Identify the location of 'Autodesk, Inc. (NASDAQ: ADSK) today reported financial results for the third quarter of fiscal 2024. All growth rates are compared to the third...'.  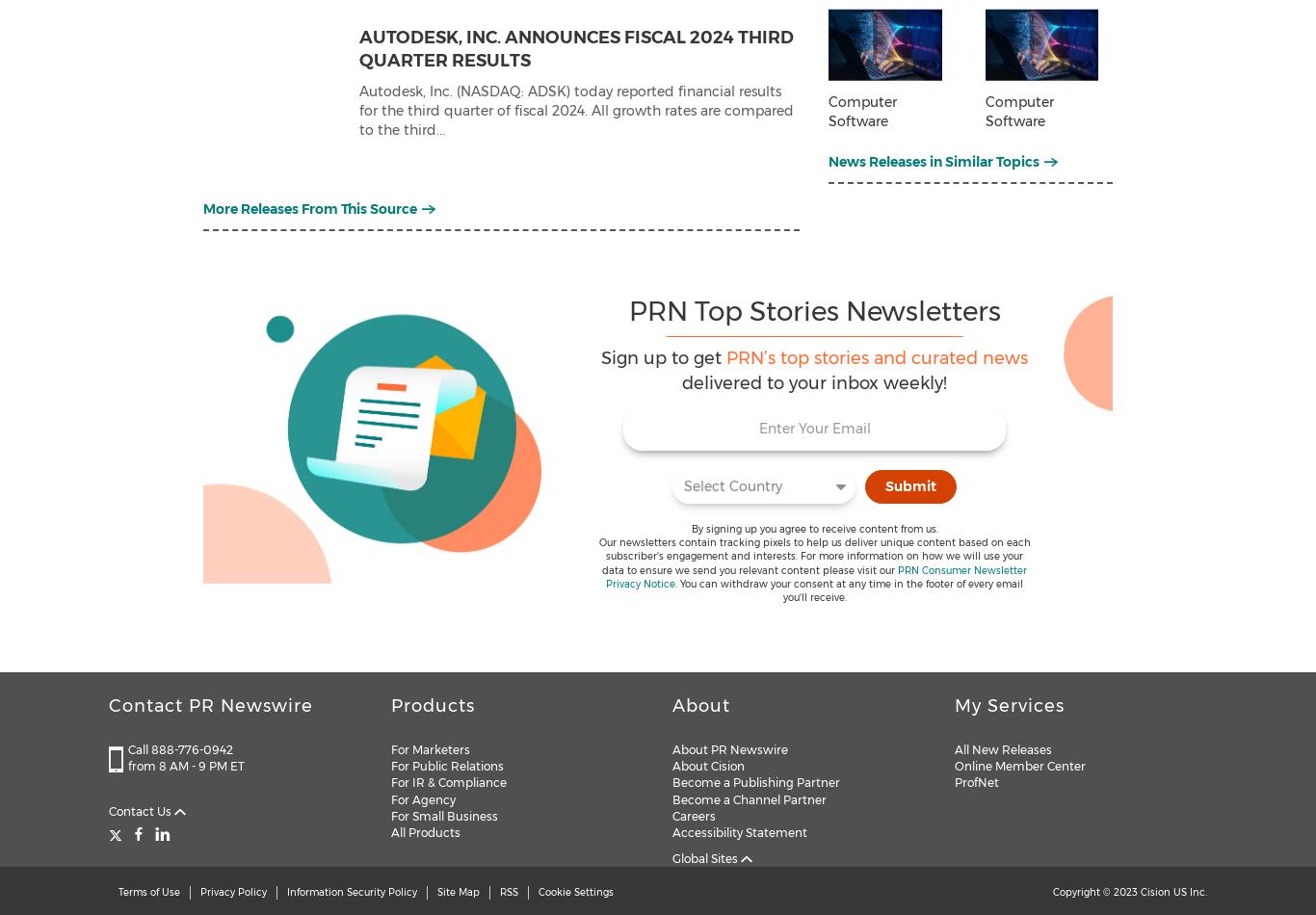
(574, 110).